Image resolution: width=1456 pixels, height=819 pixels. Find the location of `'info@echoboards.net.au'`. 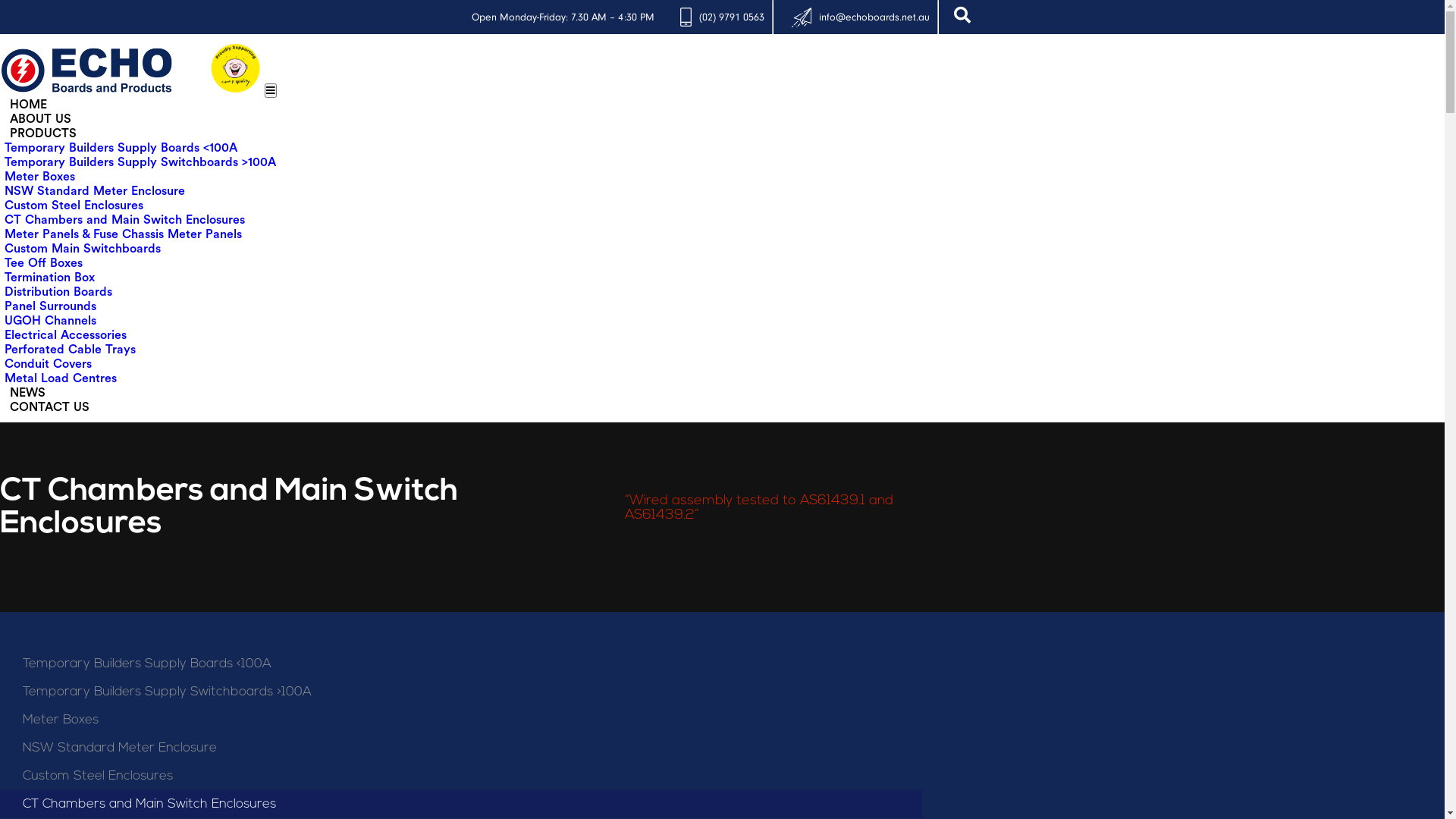

'info@echoboards.net.au' is located at coordinates (874, 17).